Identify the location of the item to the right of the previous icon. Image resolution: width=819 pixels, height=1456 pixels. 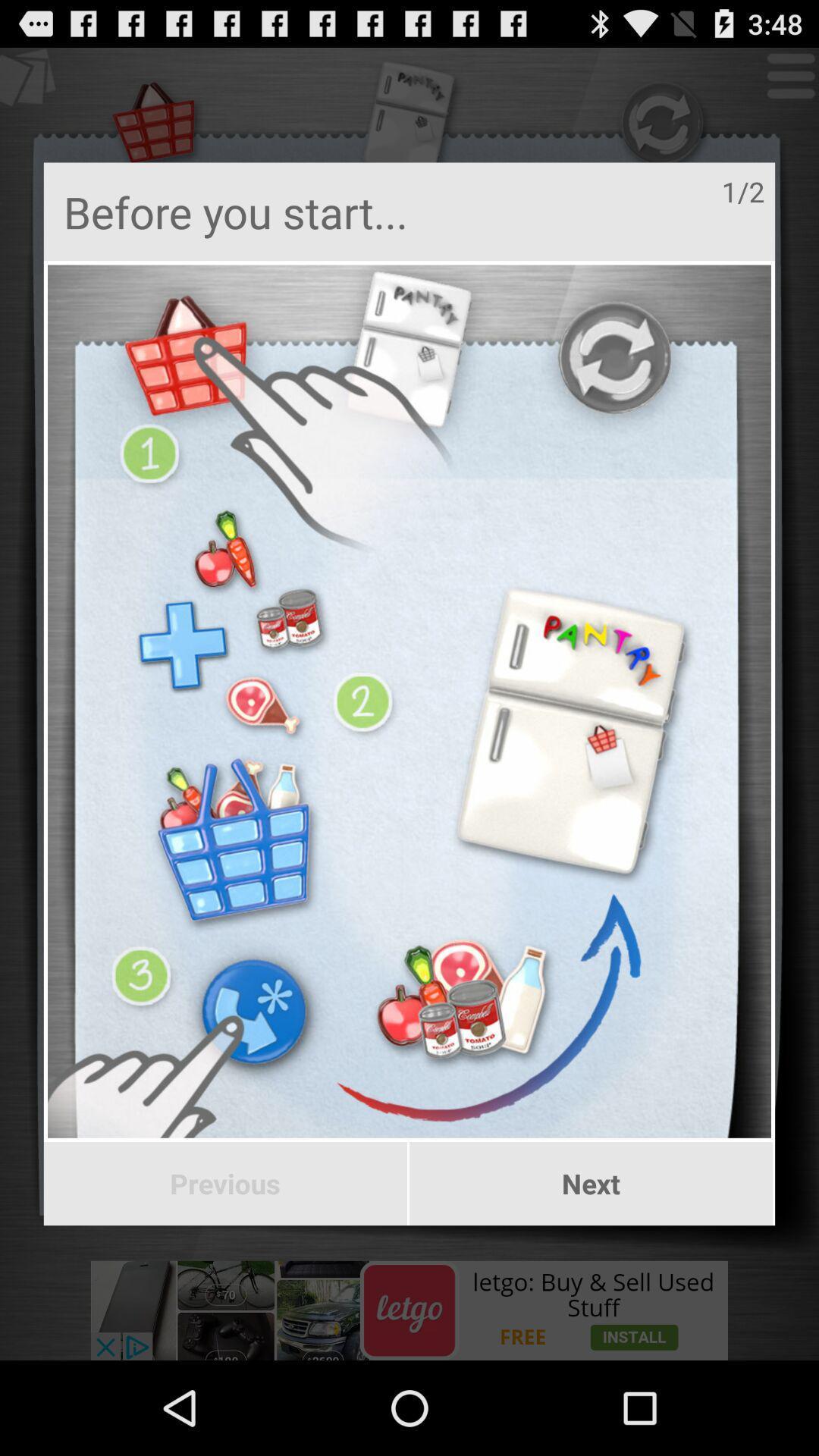
(590, 1183).